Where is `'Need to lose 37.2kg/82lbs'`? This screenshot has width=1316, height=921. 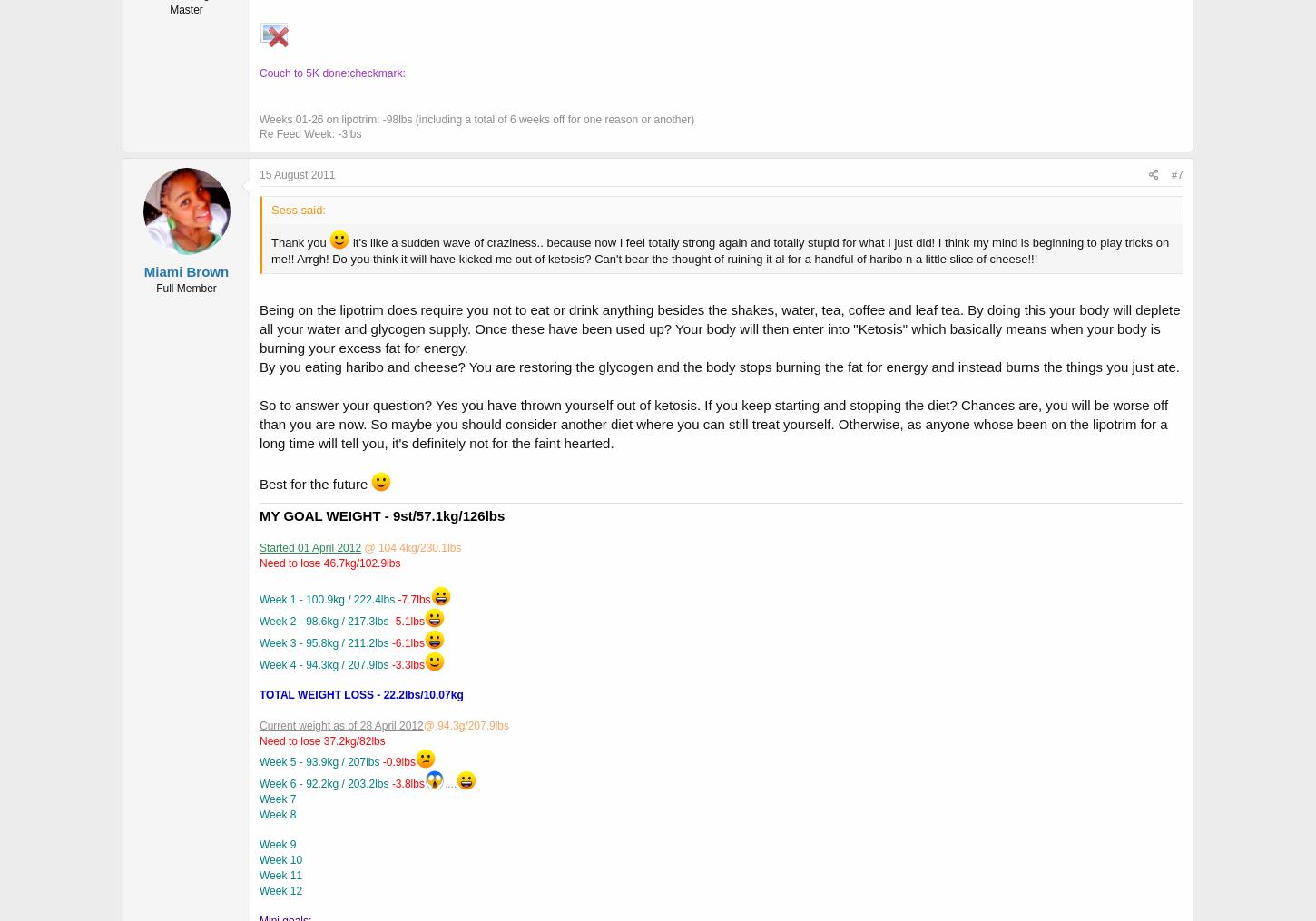
'Need to lose 37.2kg/82lbs' is located at coordinates (259, 740).